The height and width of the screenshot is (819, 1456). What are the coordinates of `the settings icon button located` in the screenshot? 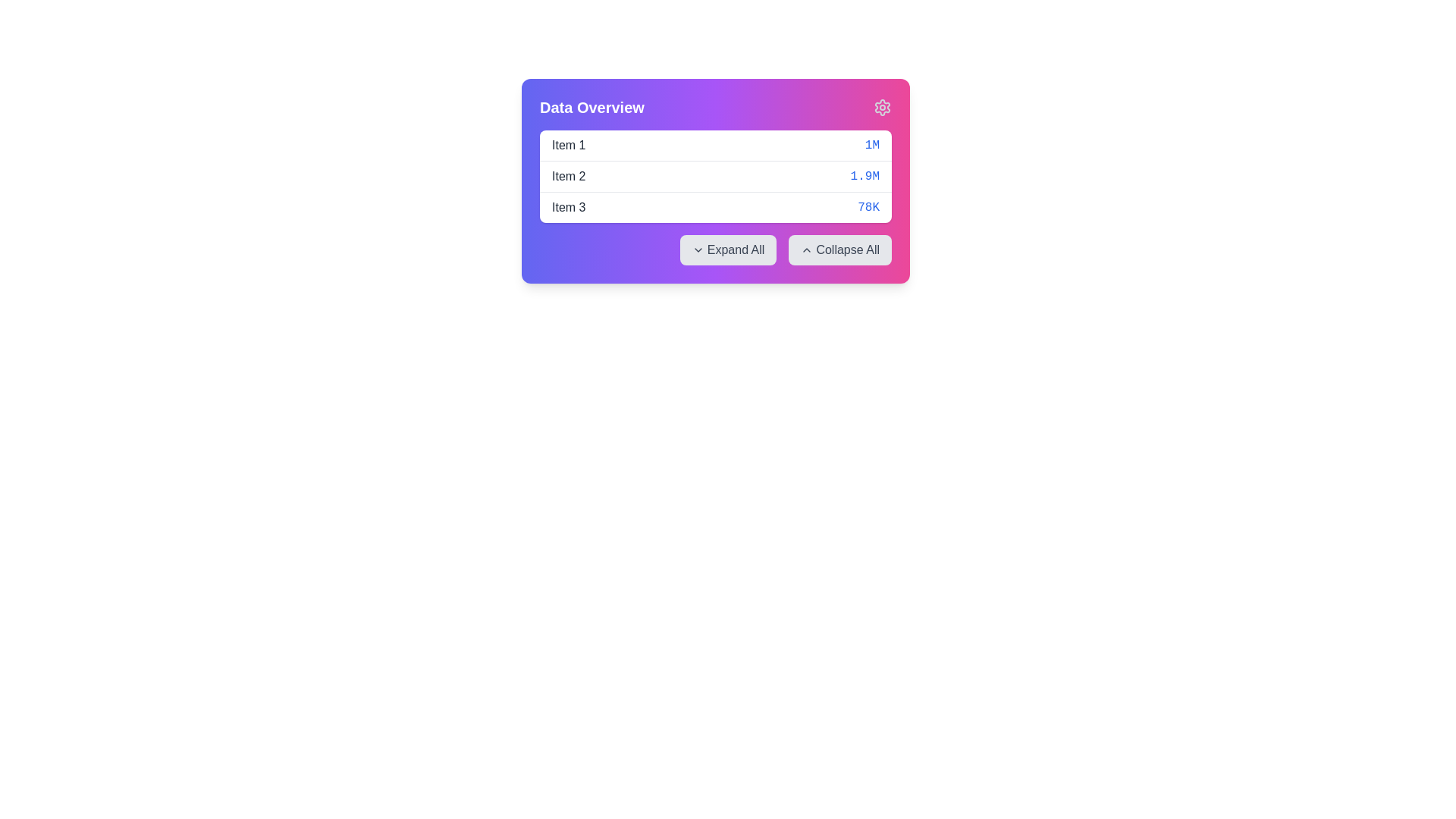 It's located at (882, 107).